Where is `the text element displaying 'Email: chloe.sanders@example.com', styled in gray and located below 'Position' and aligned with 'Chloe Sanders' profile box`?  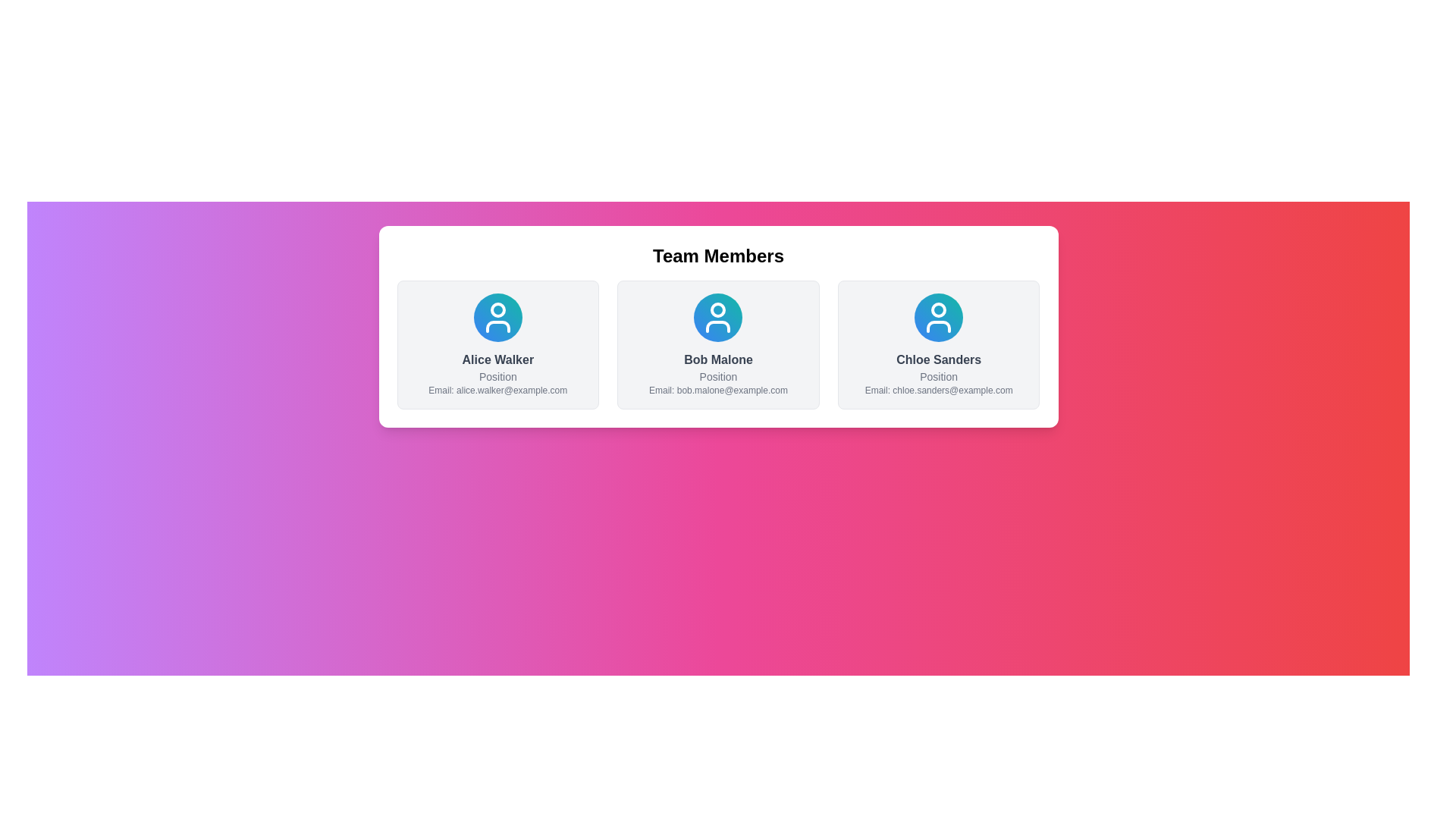 the text element displaying 'Email: chloe.sanders@example.com', styled in gray and located below 'Position' and aligned with 'Chloe Sanders' profile box is located at coordinates (938, 390).